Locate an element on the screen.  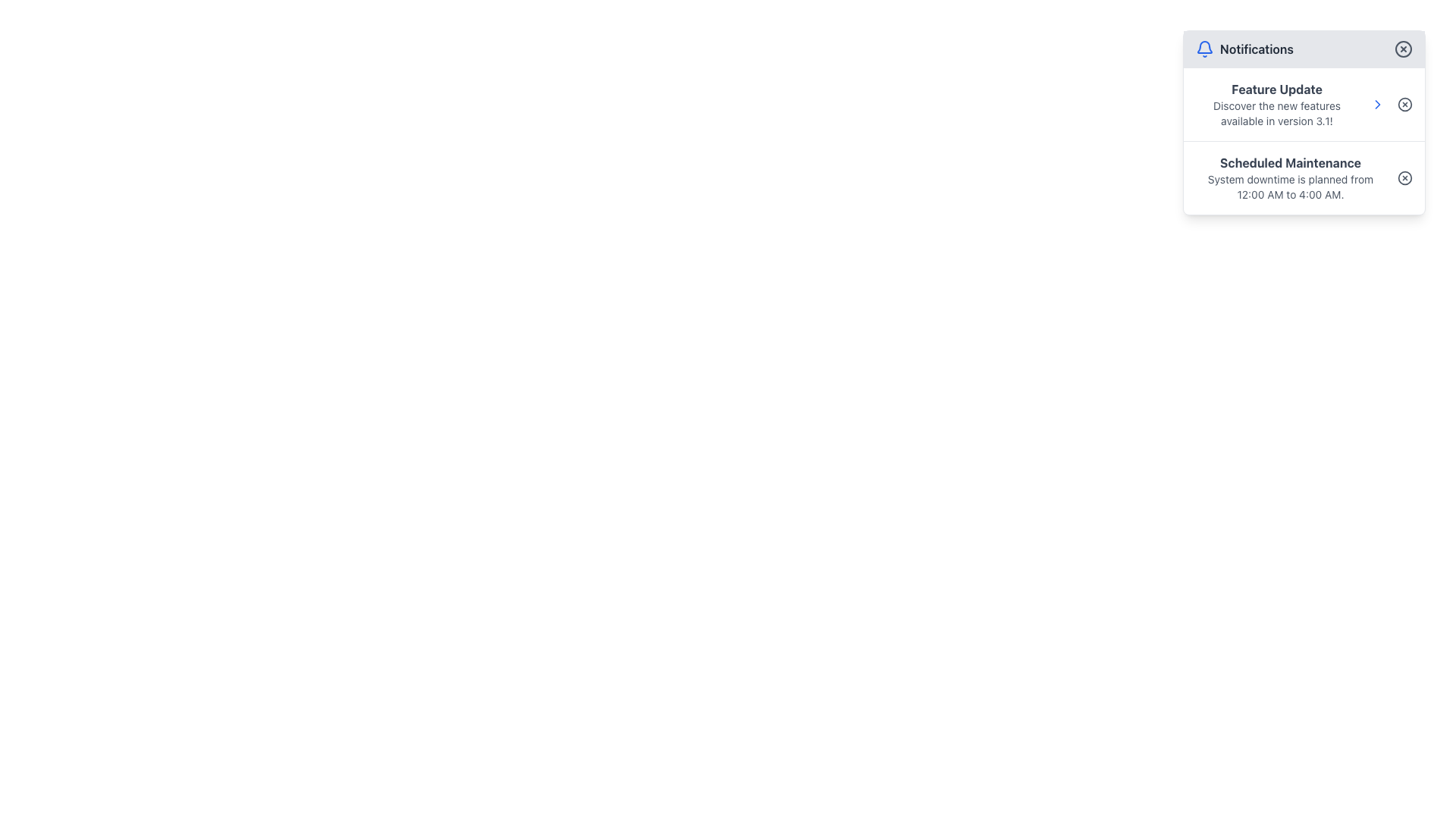
the Notification Item with Interactive Actions that features a bold 'Feature Update' header and a subtitle about version 3.1 is located at coordinates (1303, 104).